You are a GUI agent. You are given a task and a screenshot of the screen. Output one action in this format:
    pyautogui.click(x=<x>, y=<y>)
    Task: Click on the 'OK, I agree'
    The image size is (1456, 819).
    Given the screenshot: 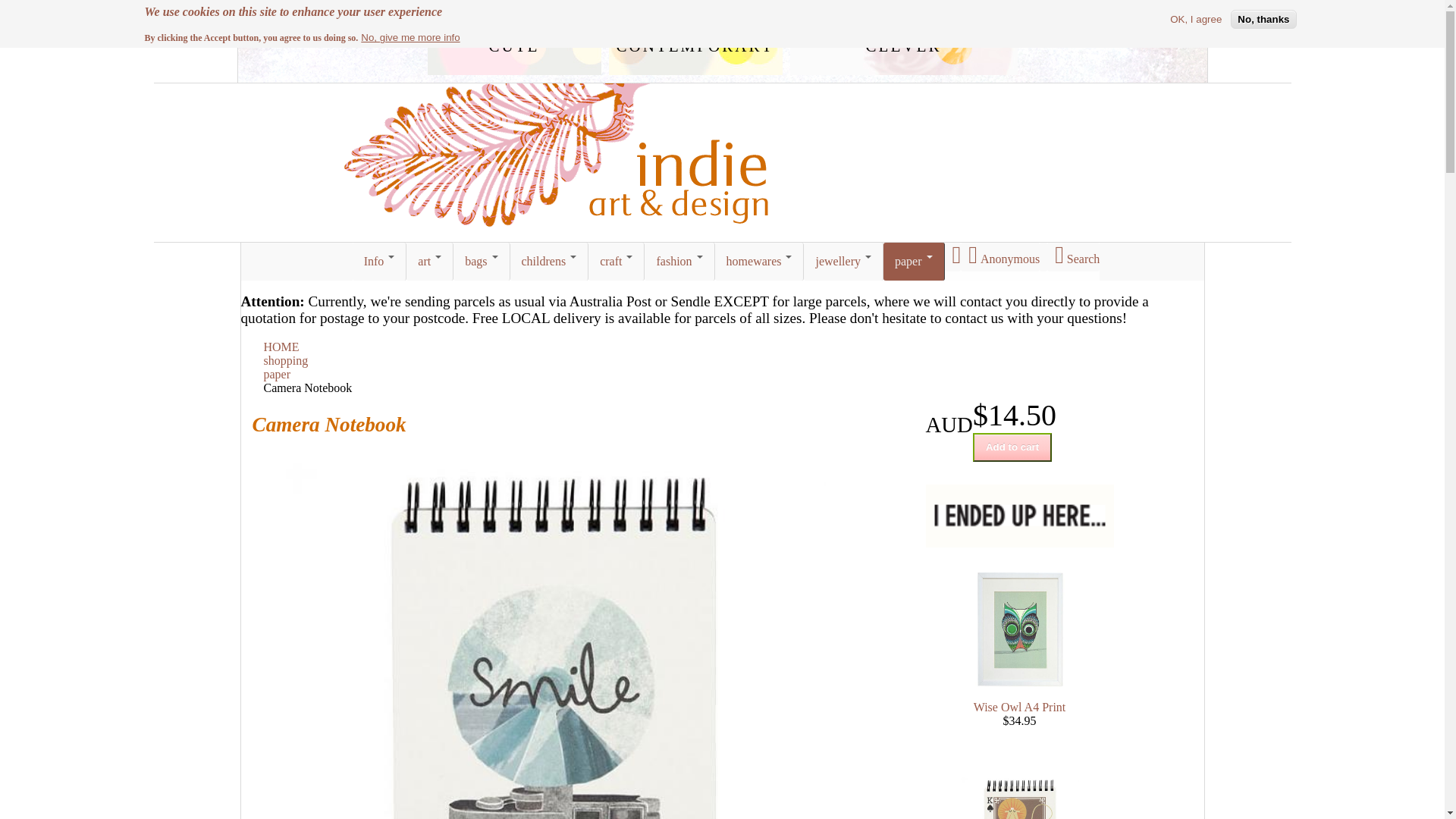 What is the action you would take?
    pyautogui.click(x=1163, y=19)
    